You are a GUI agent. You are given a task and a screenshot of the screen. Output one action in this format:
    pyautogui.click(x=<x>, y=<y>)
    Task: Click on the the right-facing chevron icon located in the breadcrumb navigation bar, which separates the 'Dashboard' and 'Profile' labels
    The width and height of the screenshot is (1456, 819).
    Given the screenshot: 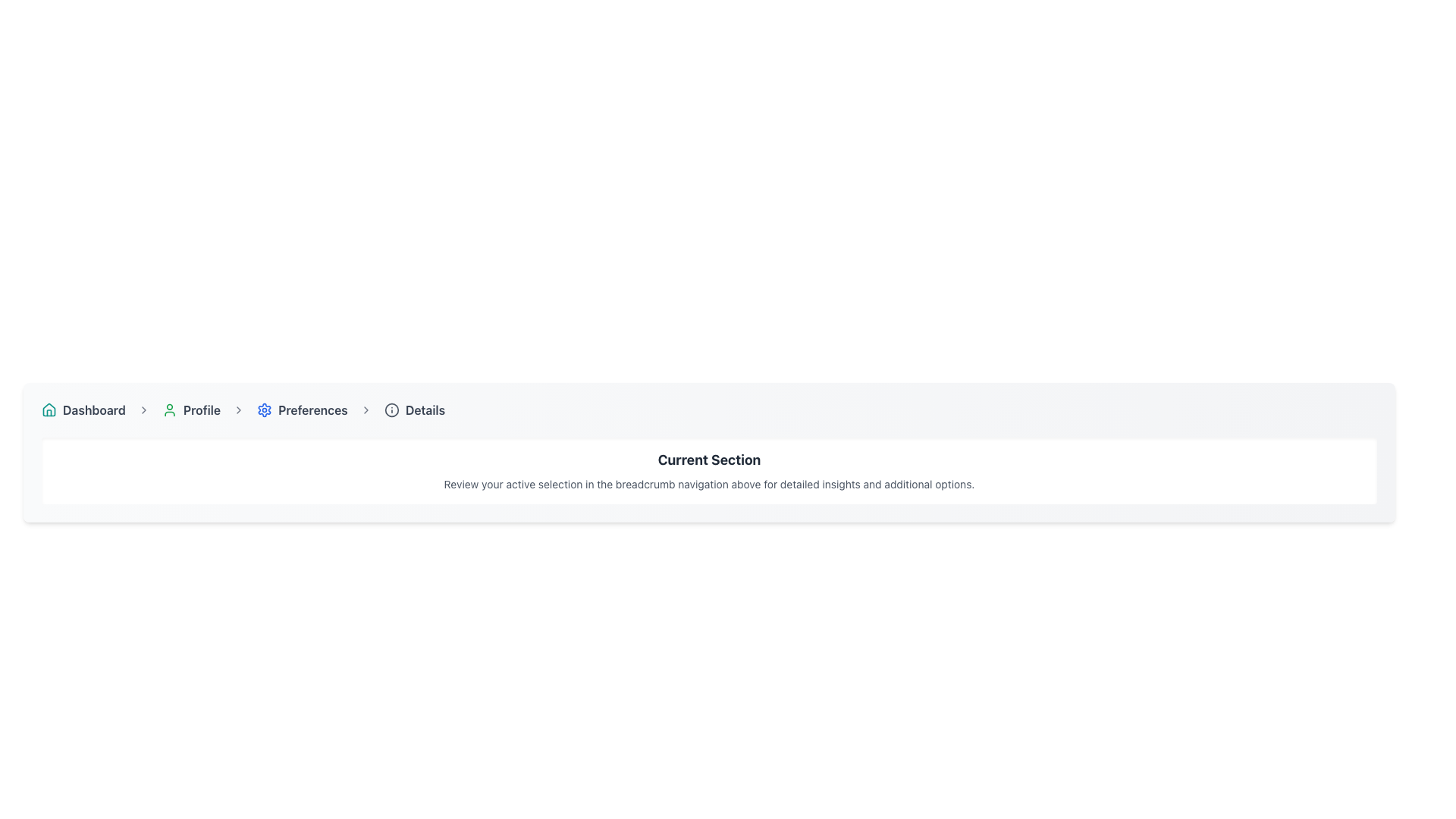 What is the action you would take?
    pyautogui.click(x=143, y=409)
    